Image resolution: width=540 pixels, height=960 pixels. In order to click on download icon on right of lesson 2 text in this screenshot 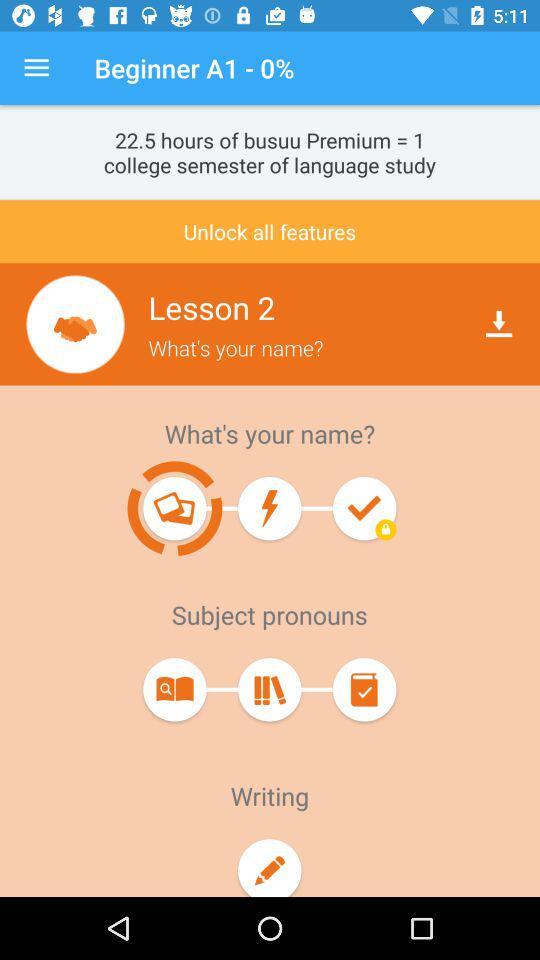, I will do `click(498, 324)`.